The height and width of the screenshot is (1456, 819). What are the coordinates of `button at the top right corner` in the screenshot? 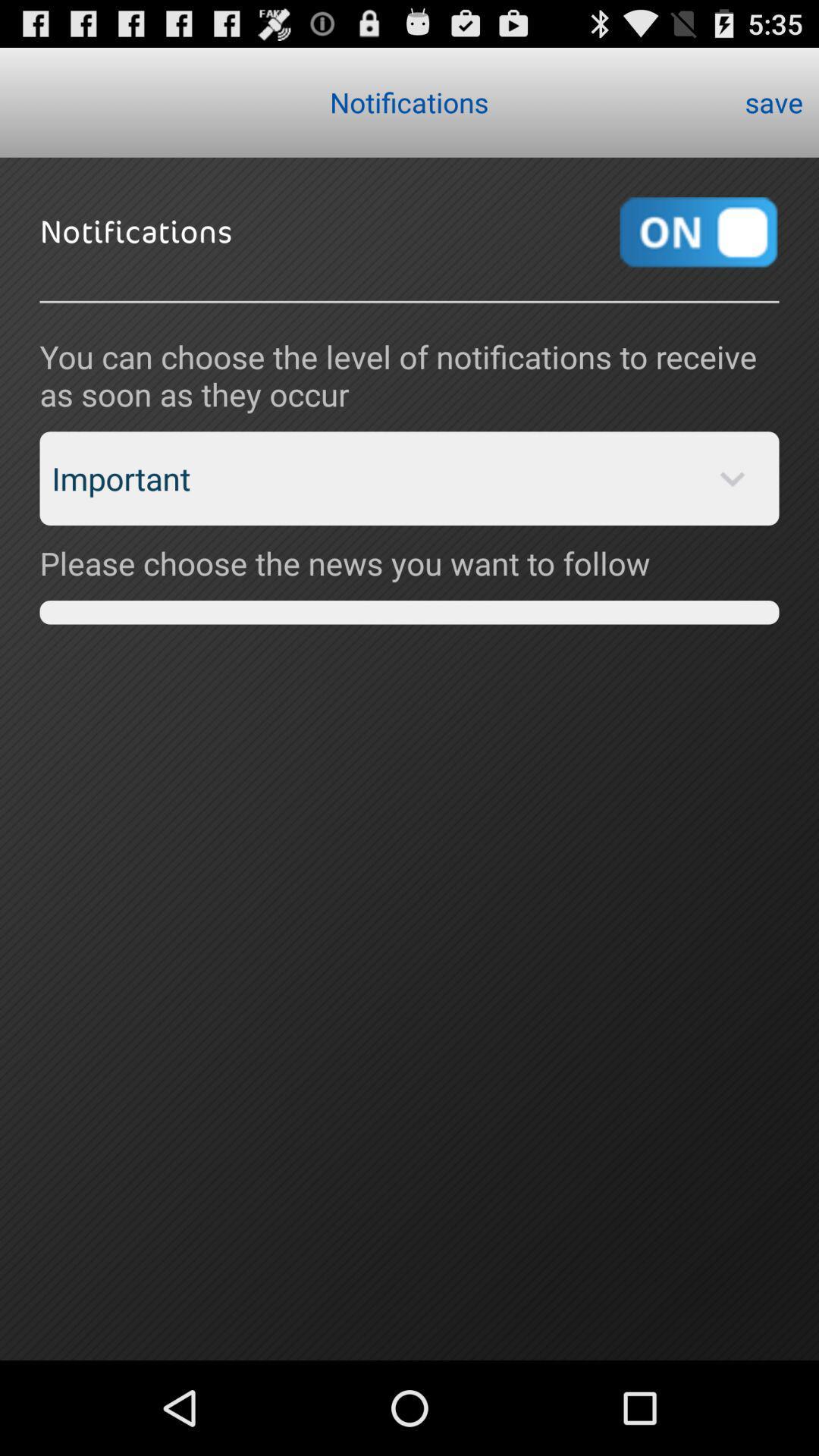 It's located at (773, 101).